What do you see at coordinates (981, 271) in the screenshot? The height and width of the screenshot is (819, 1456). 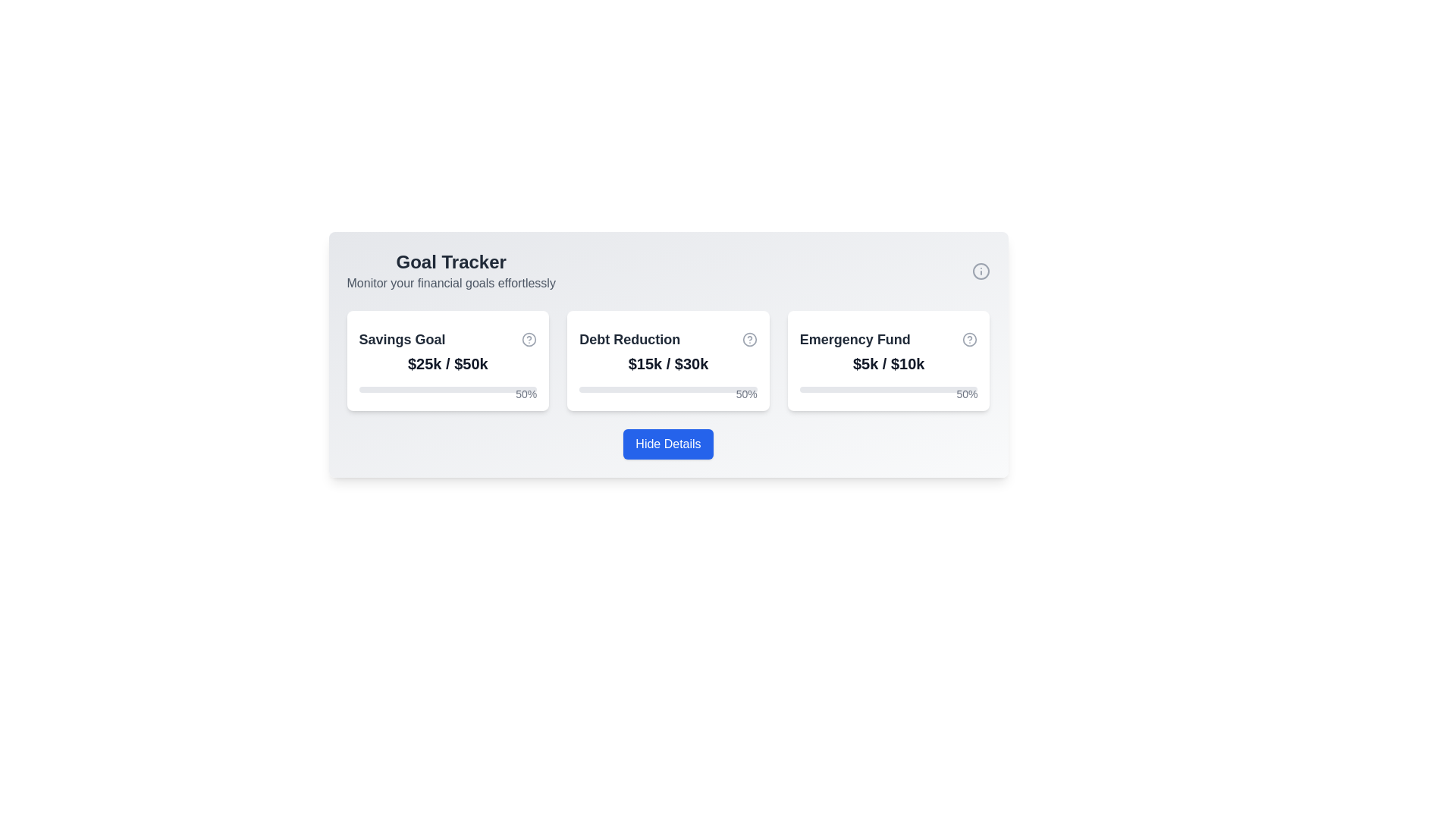 I see `the help or details indicator icon located in the top-right corner of the financial goals panel` at bounding box center [981, 271].